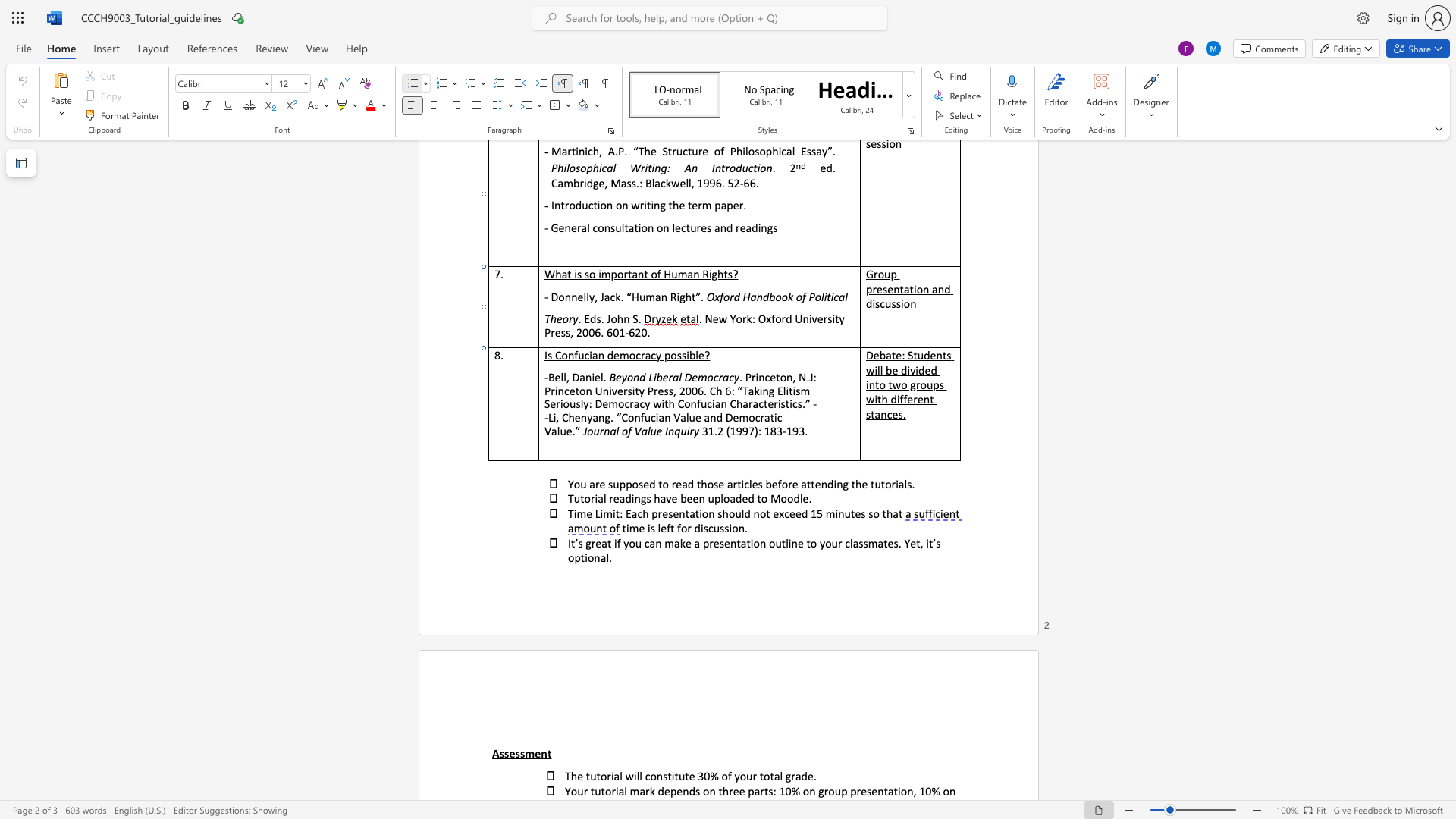 This screenshot has width=1456, height=819. I want to click on the 3th character "o" in the text, so click(772, 542).